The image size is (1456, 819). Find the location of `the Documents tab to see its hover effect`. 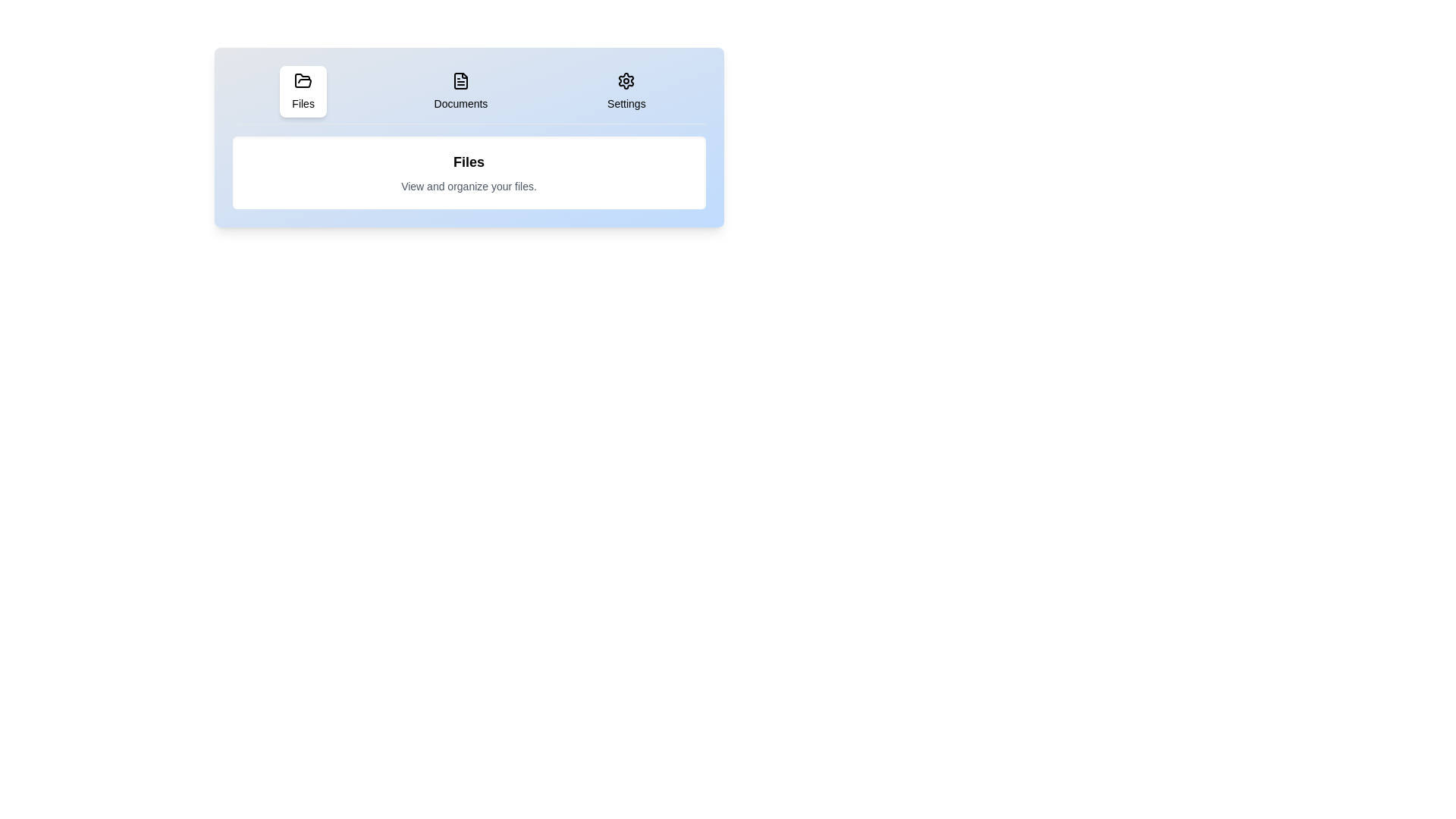

the Documents tab to see its hover effect is located at coordinates (460, 91).